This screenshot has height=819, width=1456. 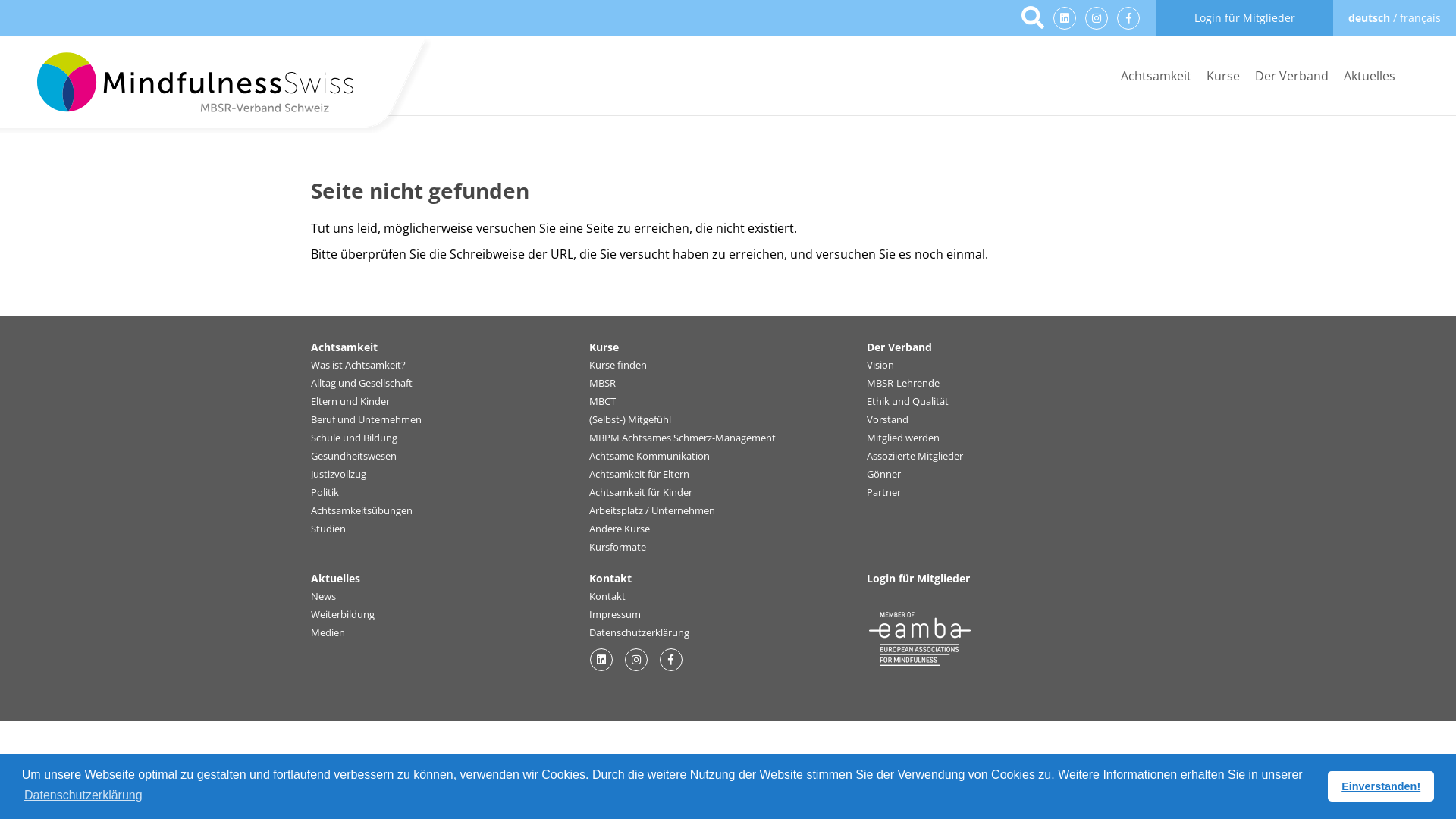 I want to click on 'Gesundheitswesen', so click(x=353, y=455).